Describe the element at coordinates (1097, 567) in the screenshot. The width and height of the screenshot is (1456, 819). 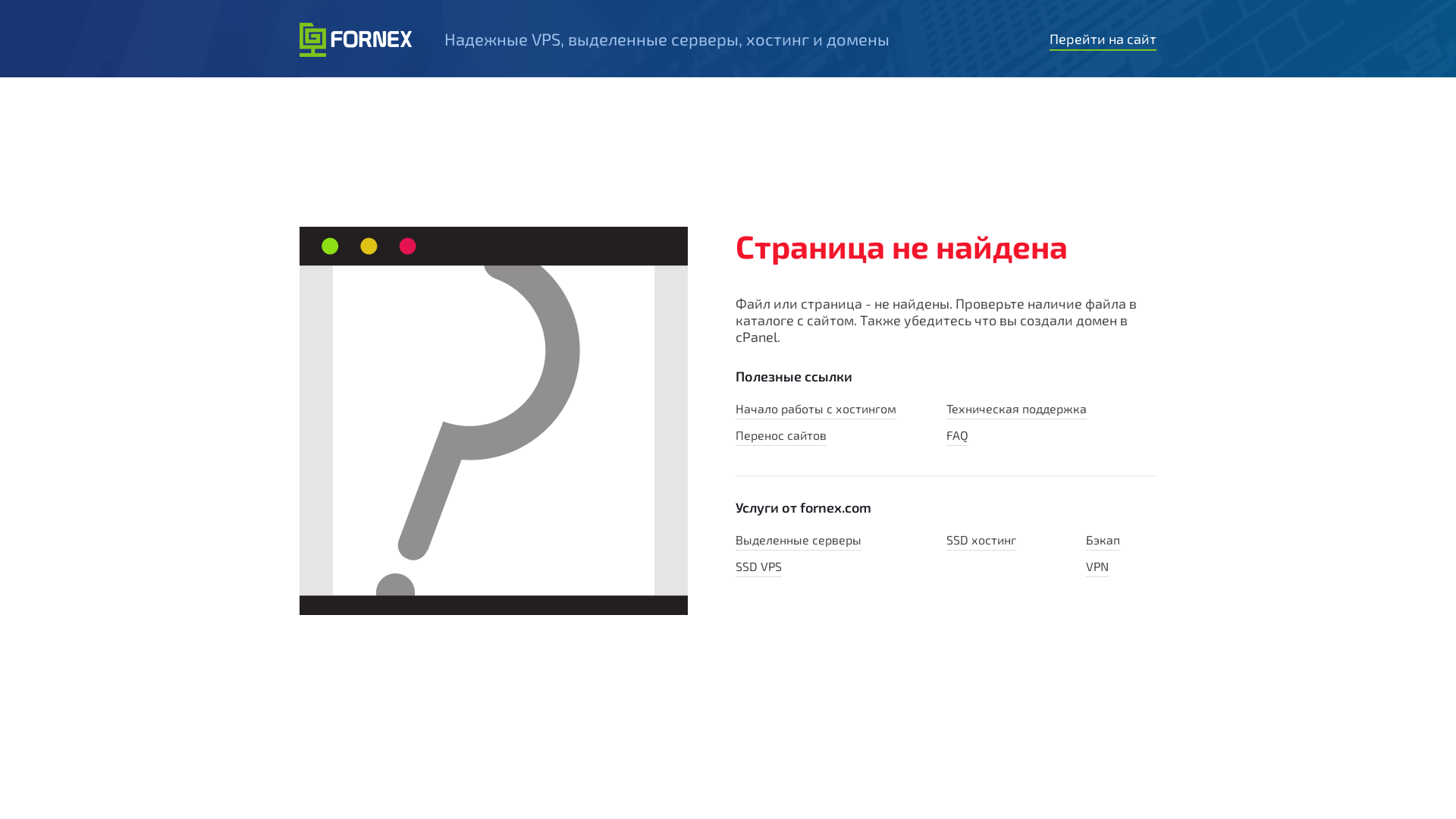
I see `'VPN'` at that location.